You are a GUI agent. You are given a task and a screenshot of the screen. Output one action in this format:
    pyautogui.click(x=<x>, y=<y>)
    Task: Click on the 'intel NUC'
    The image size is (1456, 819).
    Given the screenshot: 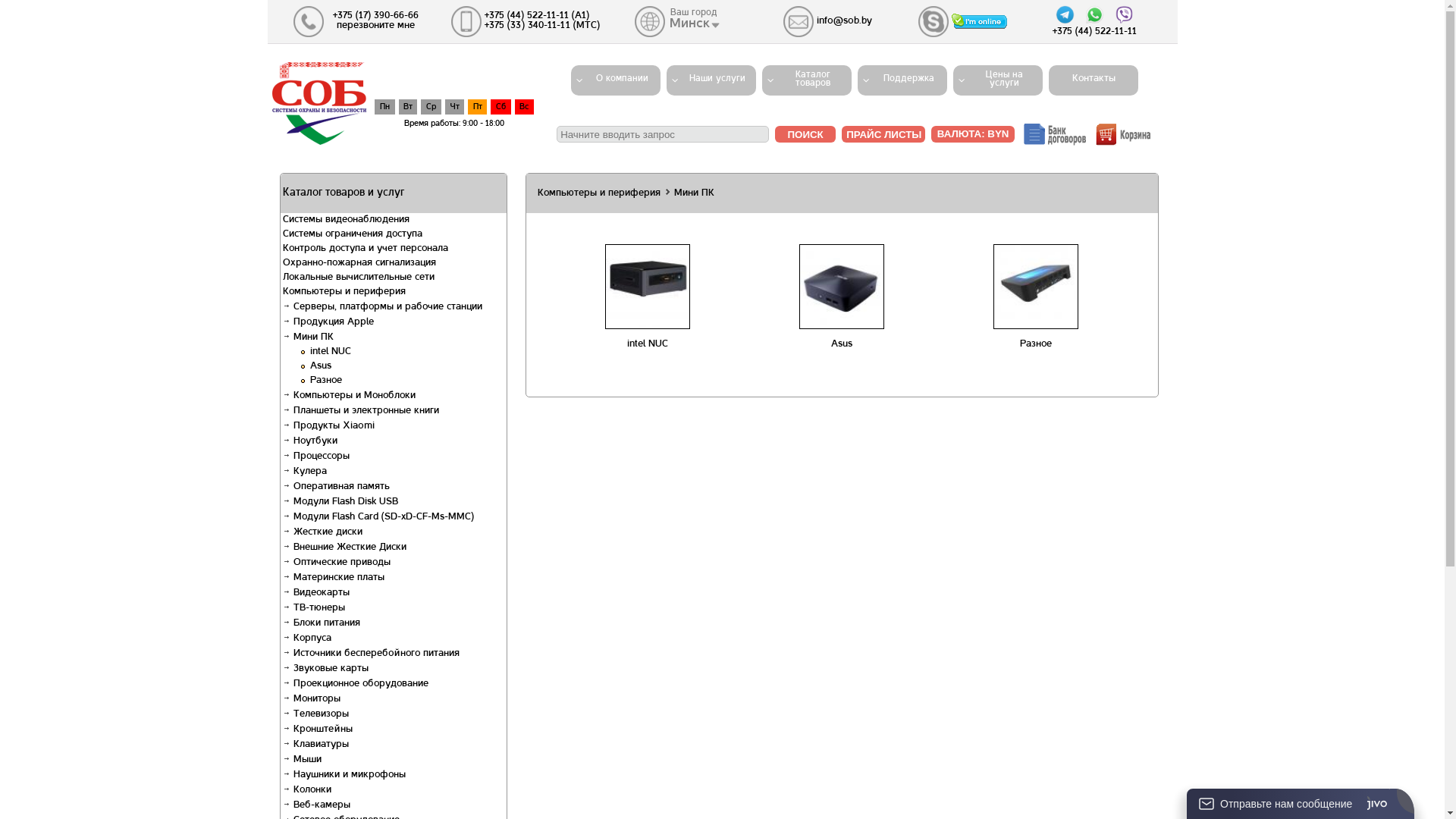 What is the action you would take?
    pyautogui.click(x=648, y=344)
    